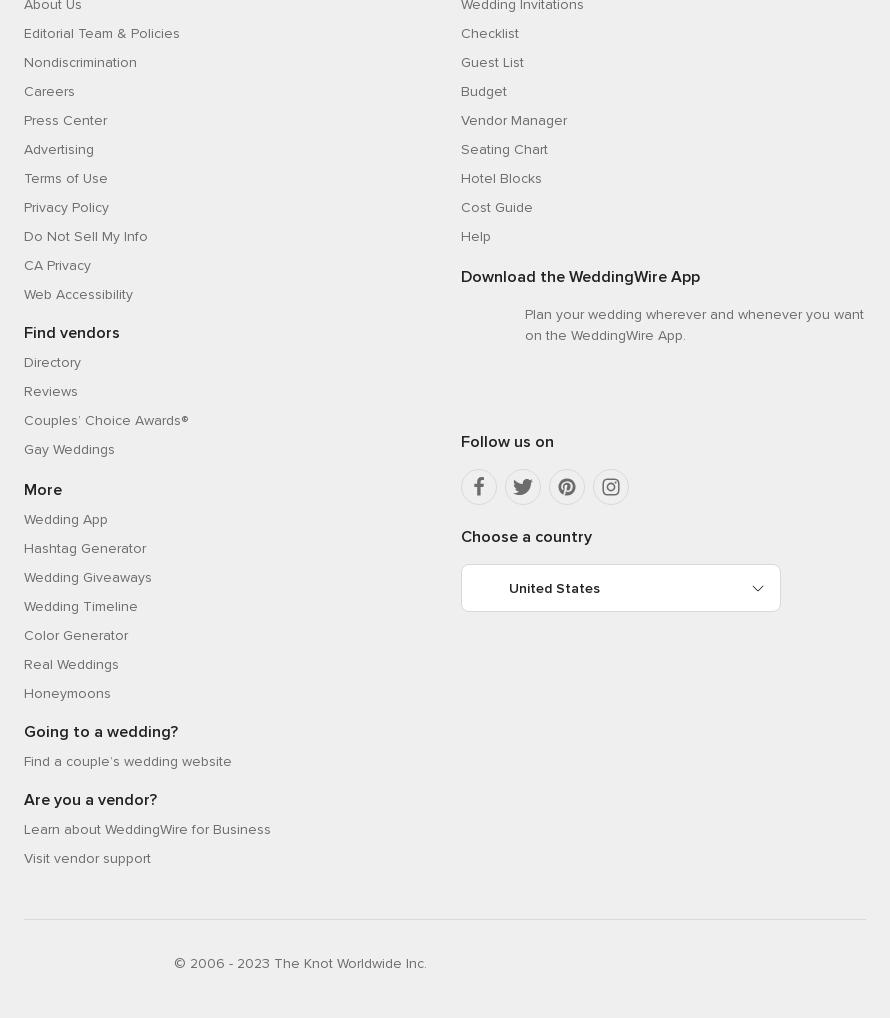  Describe the element at coordinates (513, 118) in the screenshot. I see `'Vendor Manager'` at that location.